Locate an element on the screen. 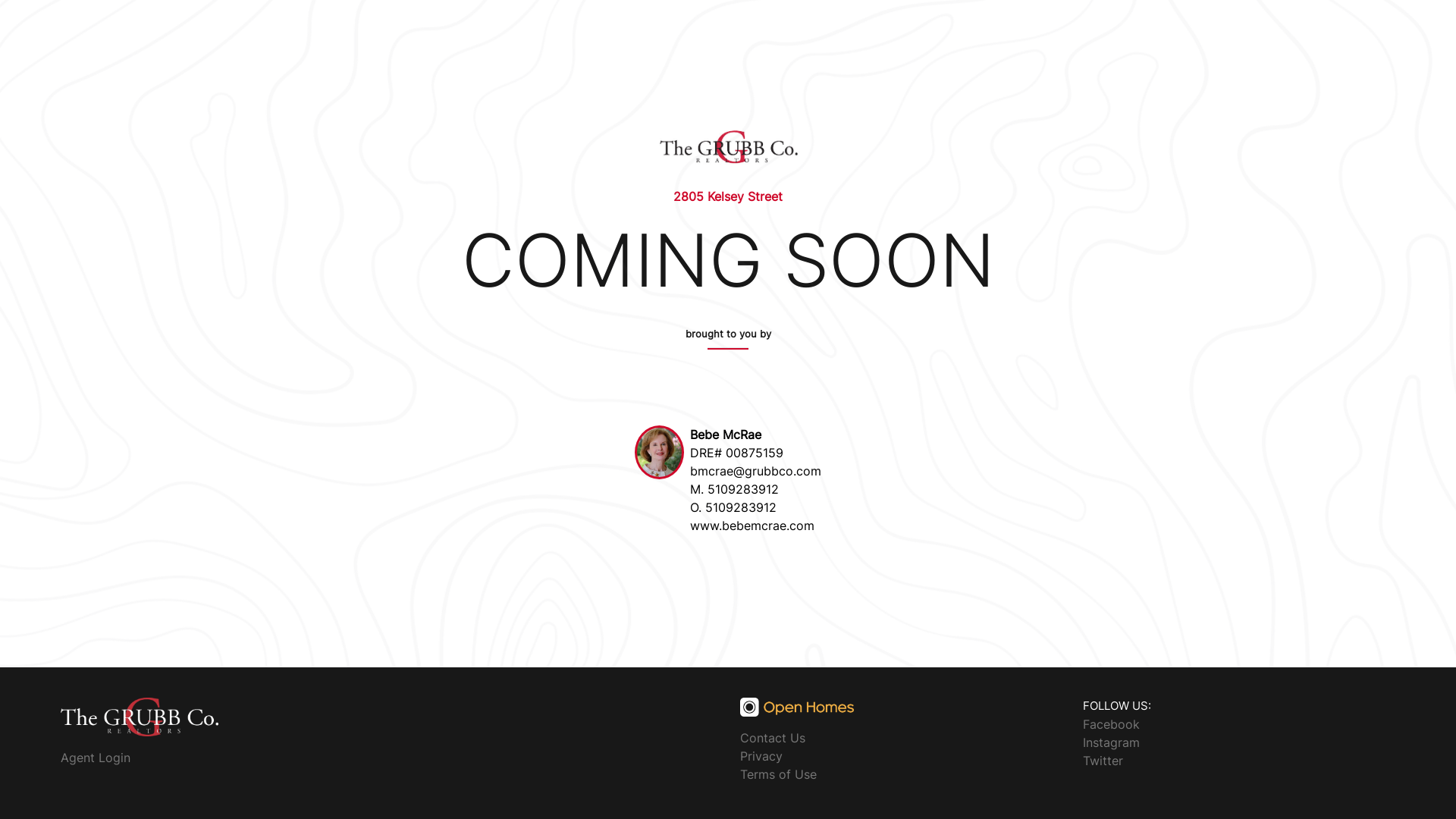  'Contact Us' is located at coordinates (772, 736).